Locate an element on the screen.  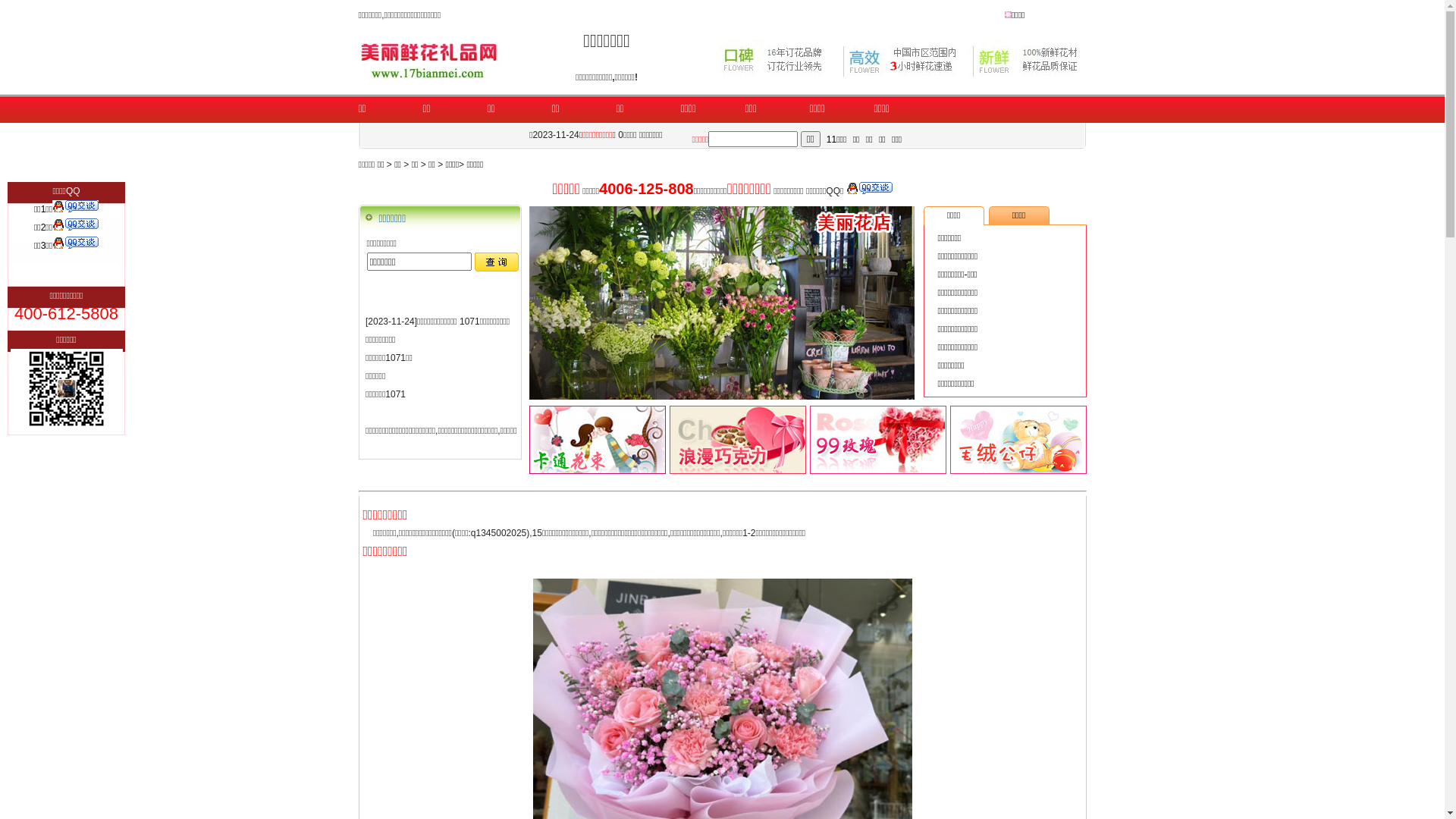
'QQ:1623062047' is located at coordinates (52, 245).